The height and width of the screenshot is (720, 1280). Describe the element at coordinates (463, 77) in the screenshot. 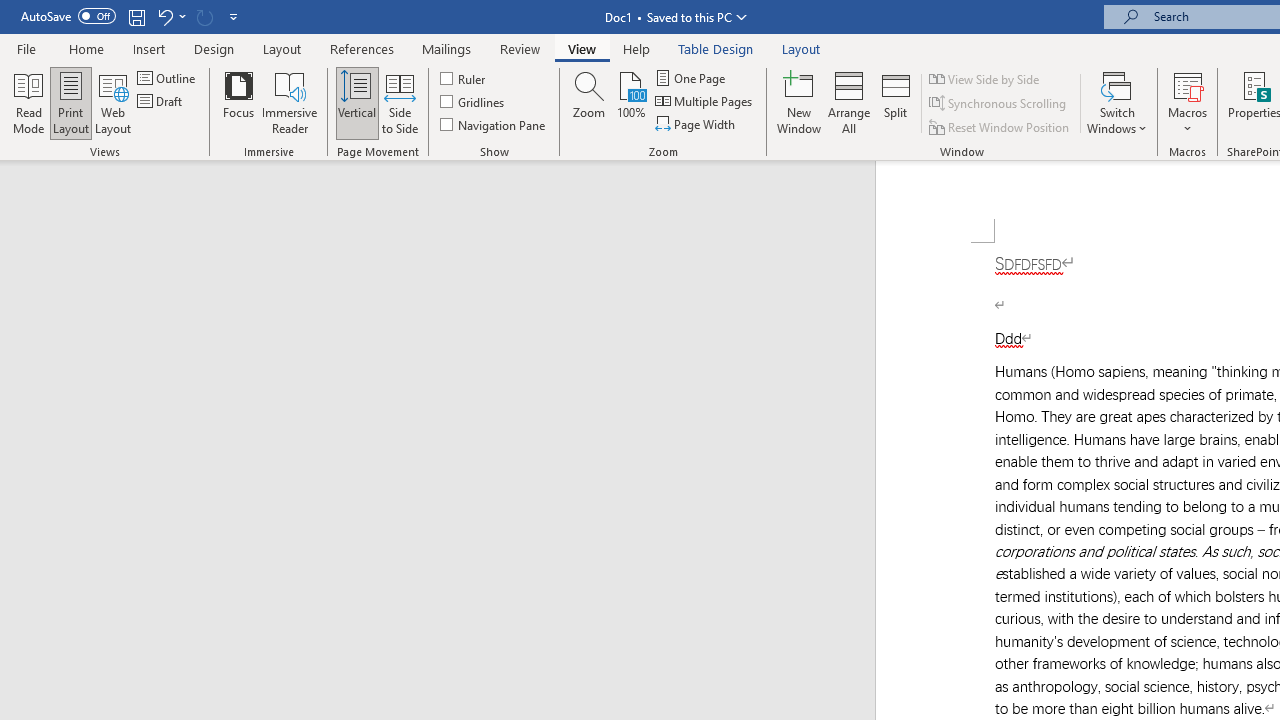

I see `'Ruler'` at that location.